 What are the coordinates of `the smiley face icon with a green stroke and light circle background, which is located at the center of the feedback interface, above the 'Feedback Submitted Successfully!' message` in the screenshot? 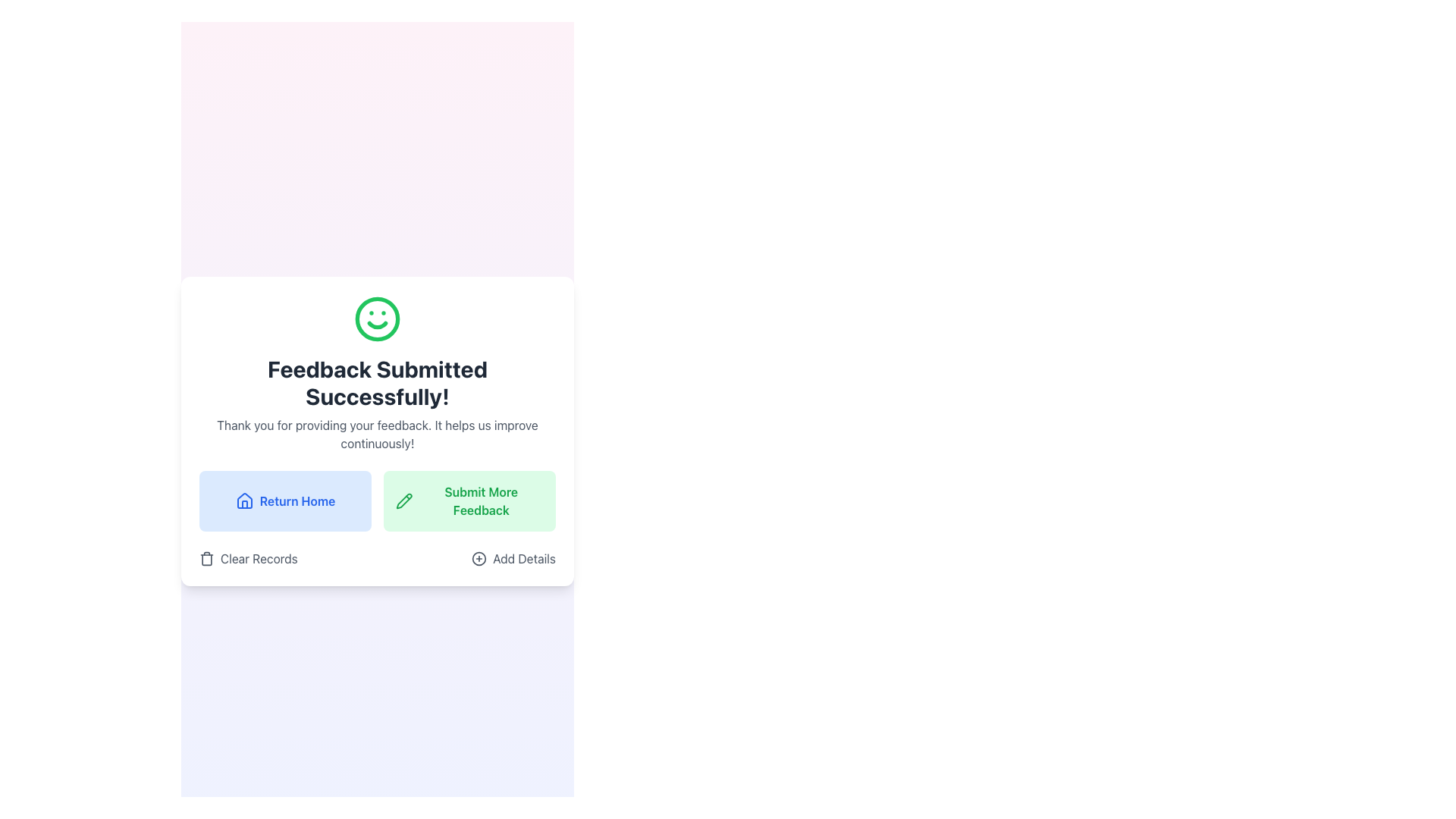 It's located at (378, 318).